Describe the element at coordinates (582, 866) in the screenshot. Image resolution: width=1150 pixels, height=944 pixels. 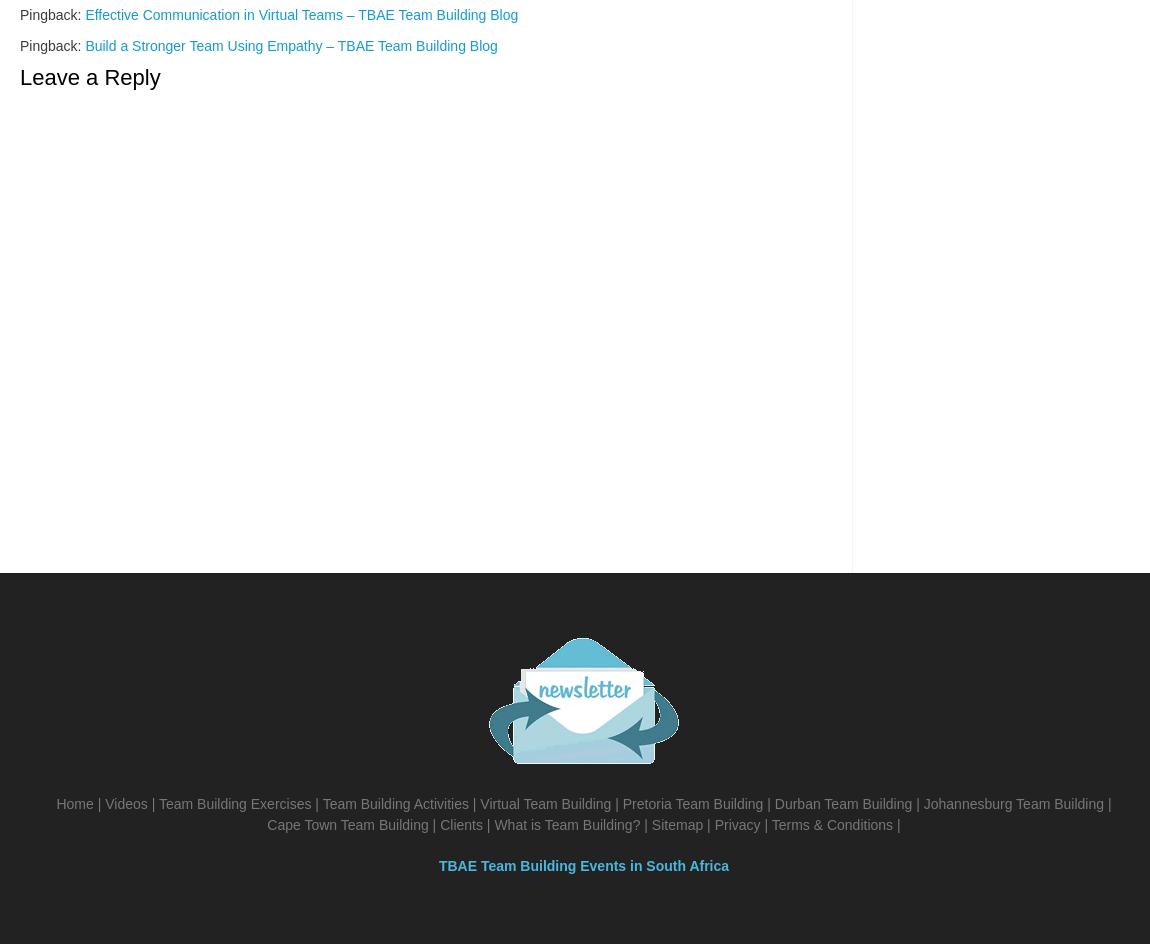
I see `'TBAE Team Building Events in South Africa'` at that location.